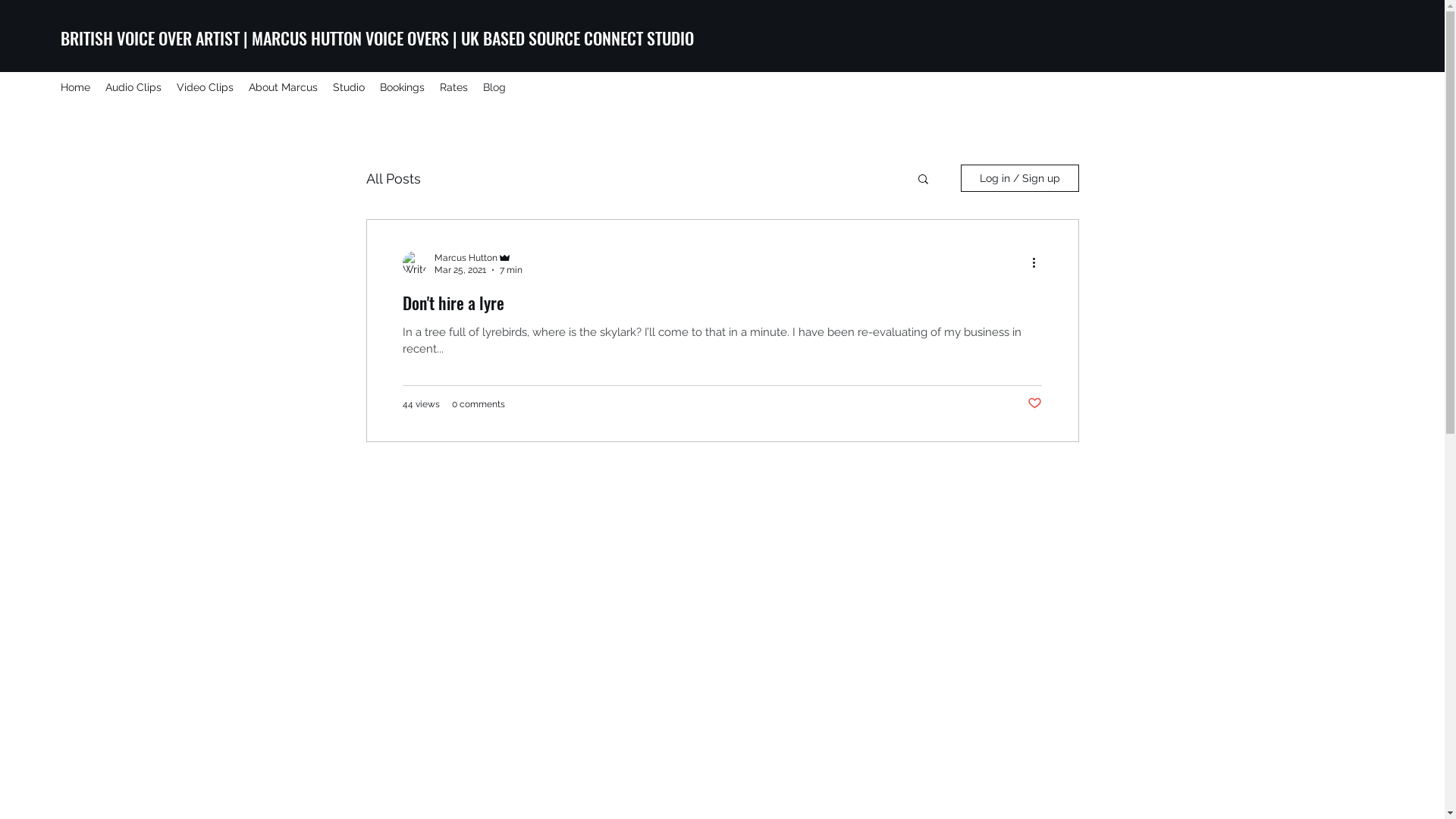 Image resolution: width=1456 pixels, height=819 pixels. I want to click on 'About Marcus', so click(283, 87).